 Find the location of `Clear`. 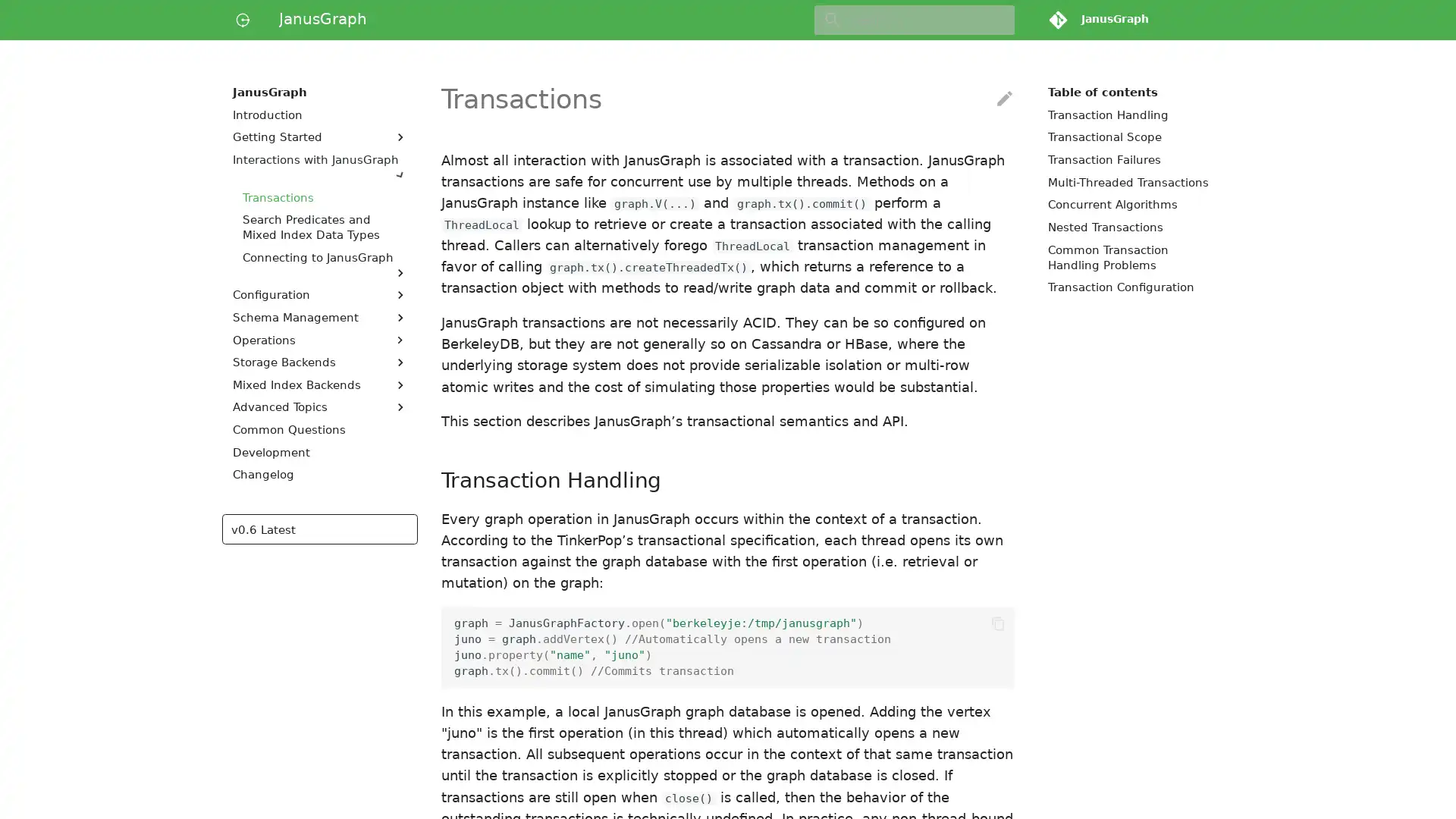

Clear is located at coordinates (996, 20).